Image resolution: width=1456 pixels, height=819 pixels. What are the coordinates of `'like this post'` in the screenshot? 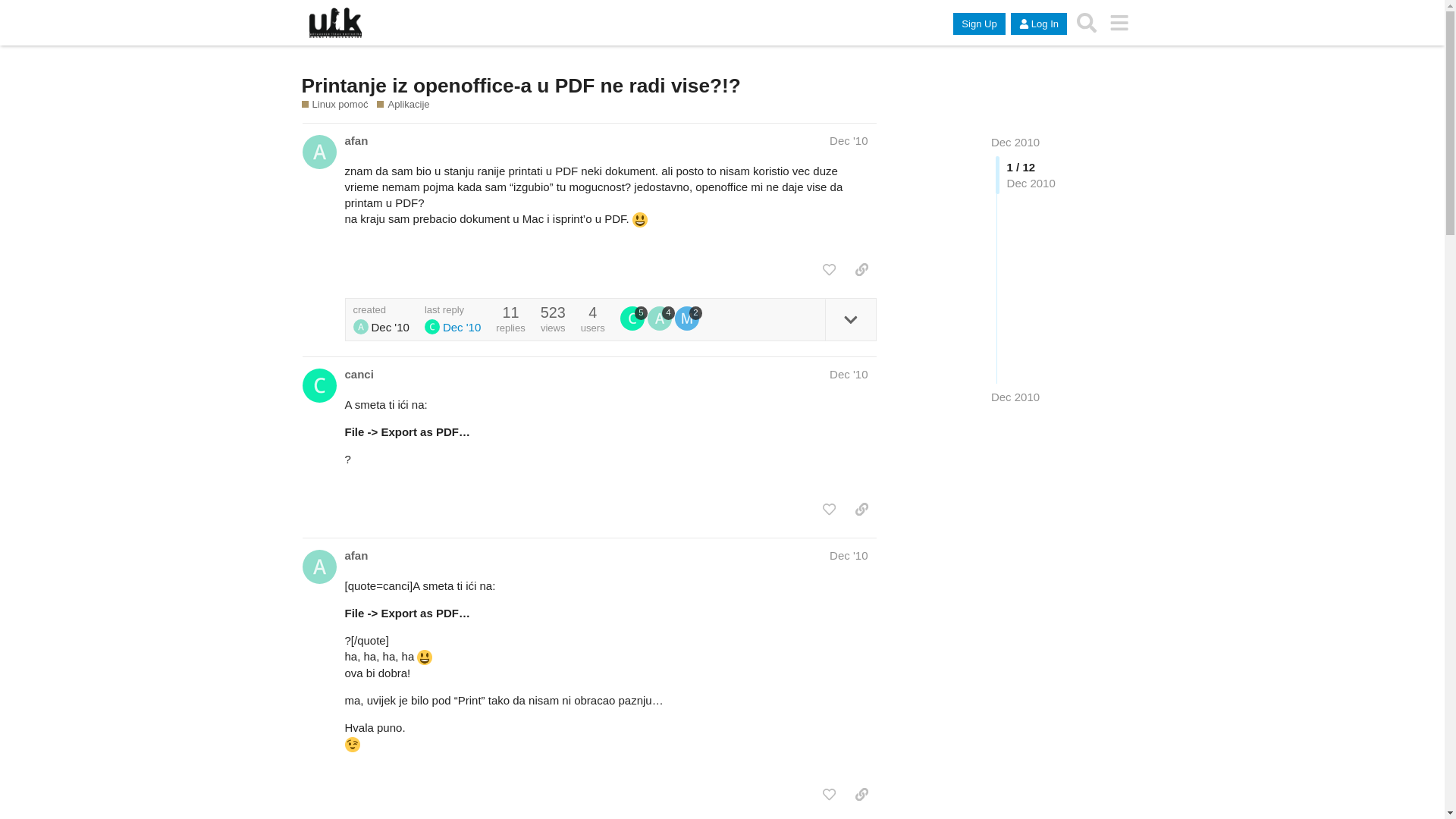 It's located at (828, 268).